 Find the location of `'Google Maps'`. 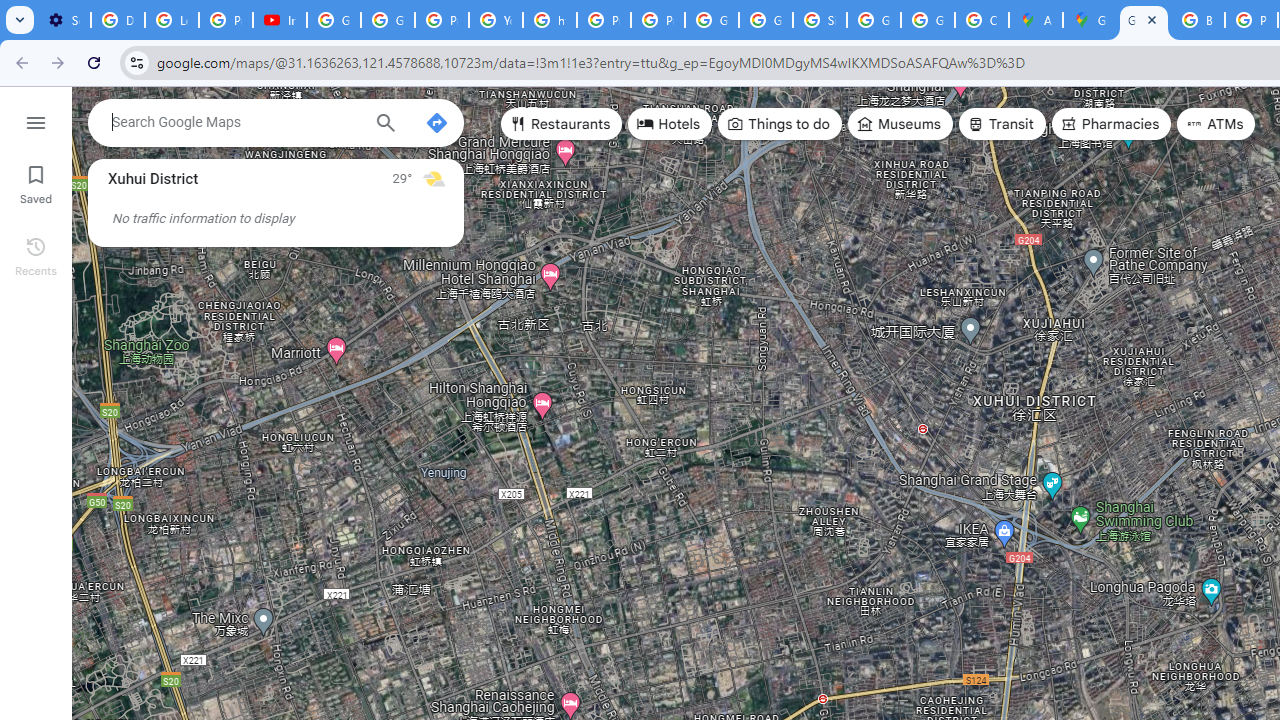

'Google Maps' is located at coordinates (1088, 20).